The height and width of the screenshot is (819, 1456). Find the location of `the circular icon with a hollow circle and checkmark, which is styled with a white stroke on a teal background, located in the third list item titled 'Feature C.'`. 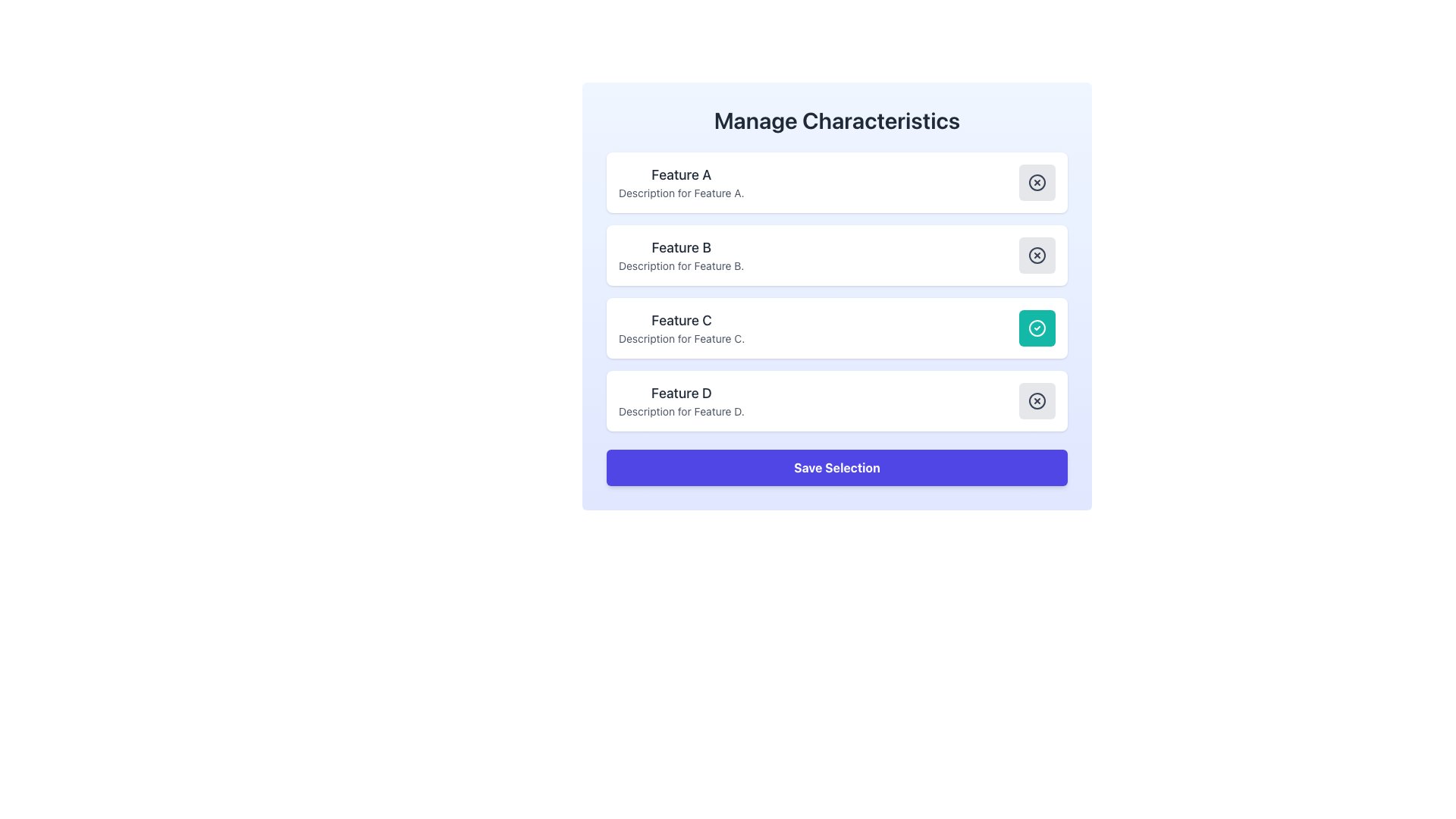

the circular icon with a hollow circle and checkmark, which is styled with a white stroke on a teal background, located in the third list item titled 'Feature C.' is located at coordinates (1037, 327).